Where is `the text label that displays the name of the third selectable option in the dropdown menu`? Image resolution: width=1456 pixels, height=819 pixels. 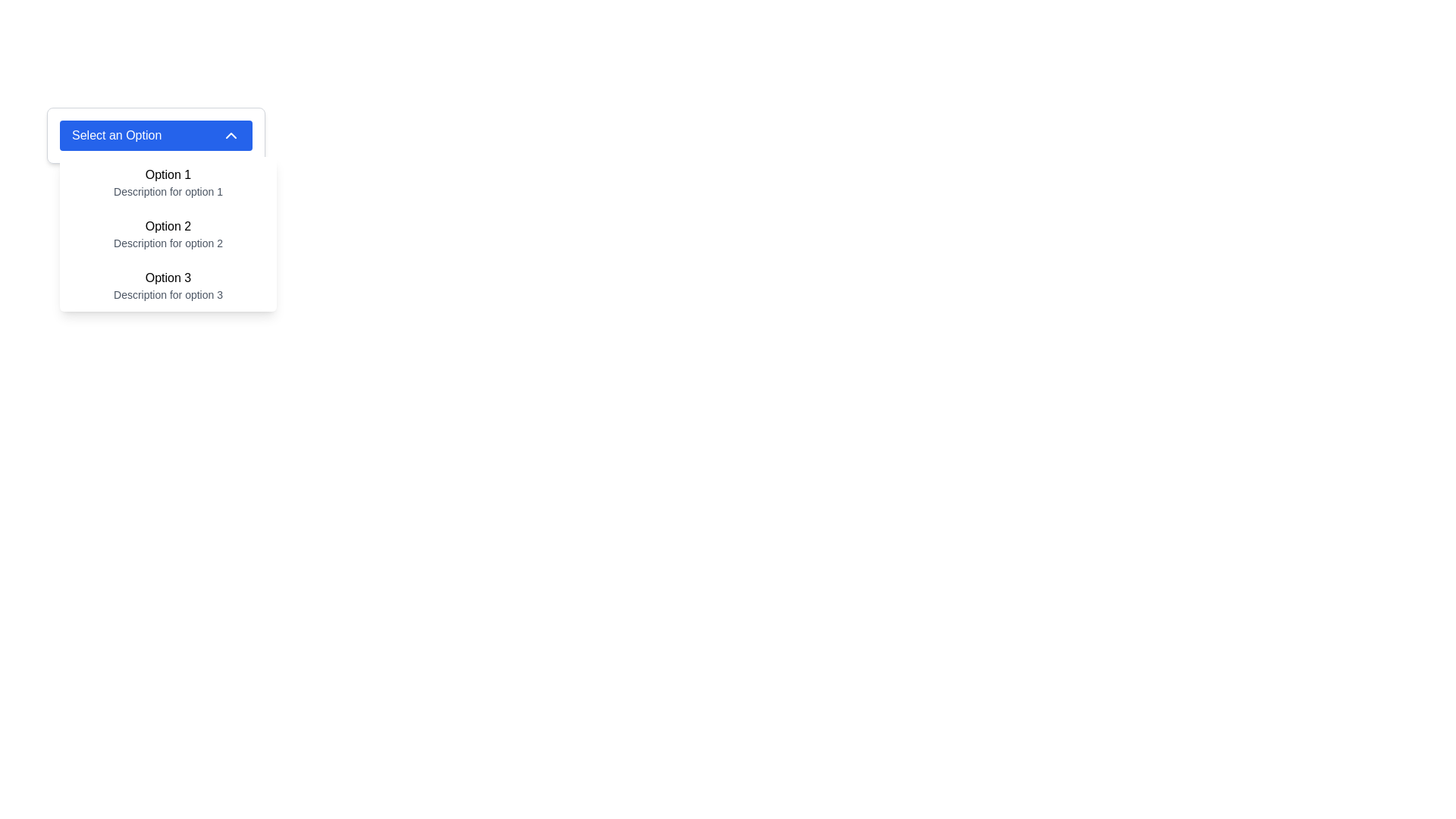 the text label that displays the name of the third selectable option in the dropdown menu is located at coordinates (168, 278).